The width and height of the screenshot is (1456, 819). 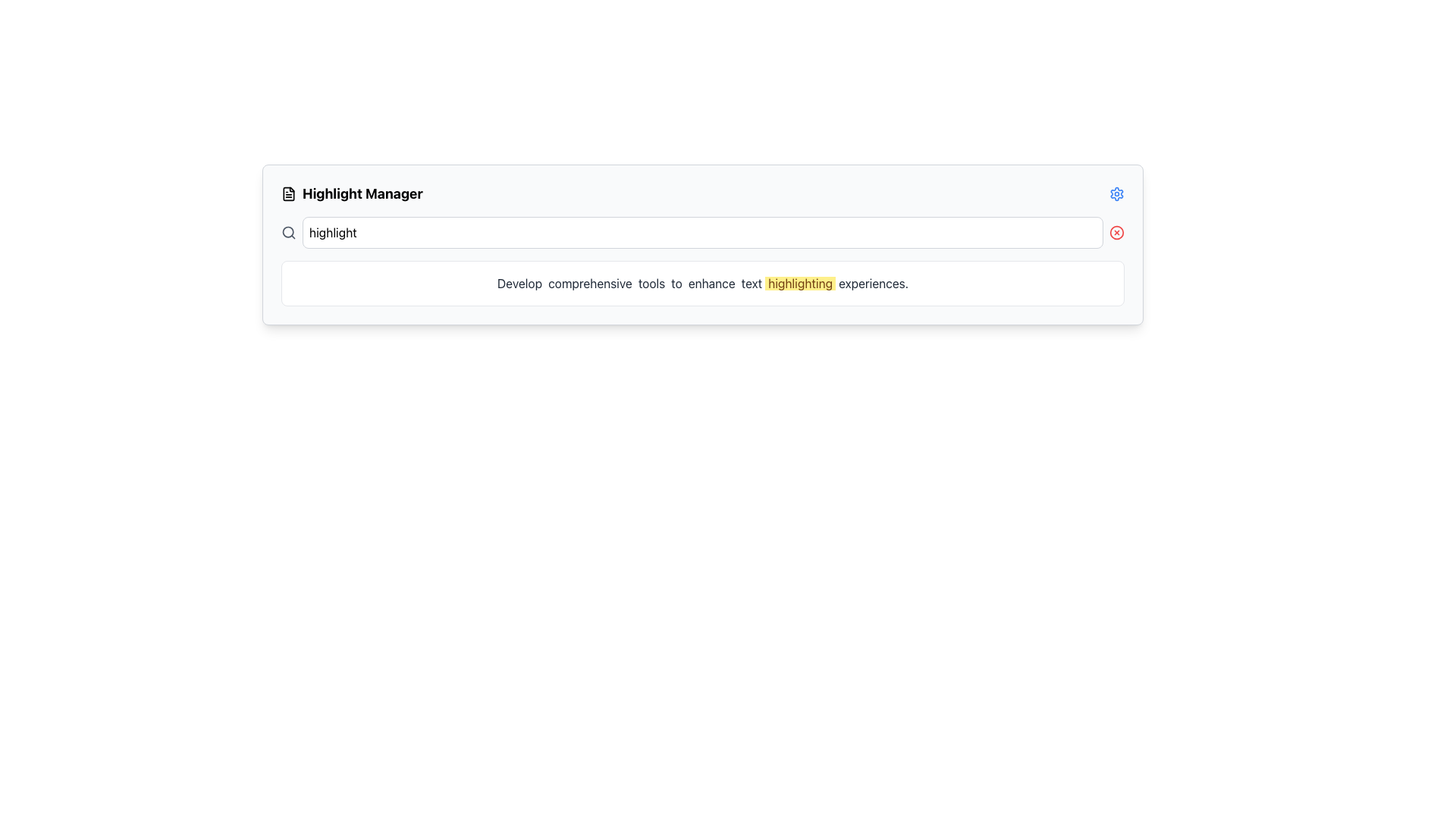 I want to click on the file icon representing a document with a folded corner located on the left side of the 'Highlight Manager' header section, so click(x=288, y=193).